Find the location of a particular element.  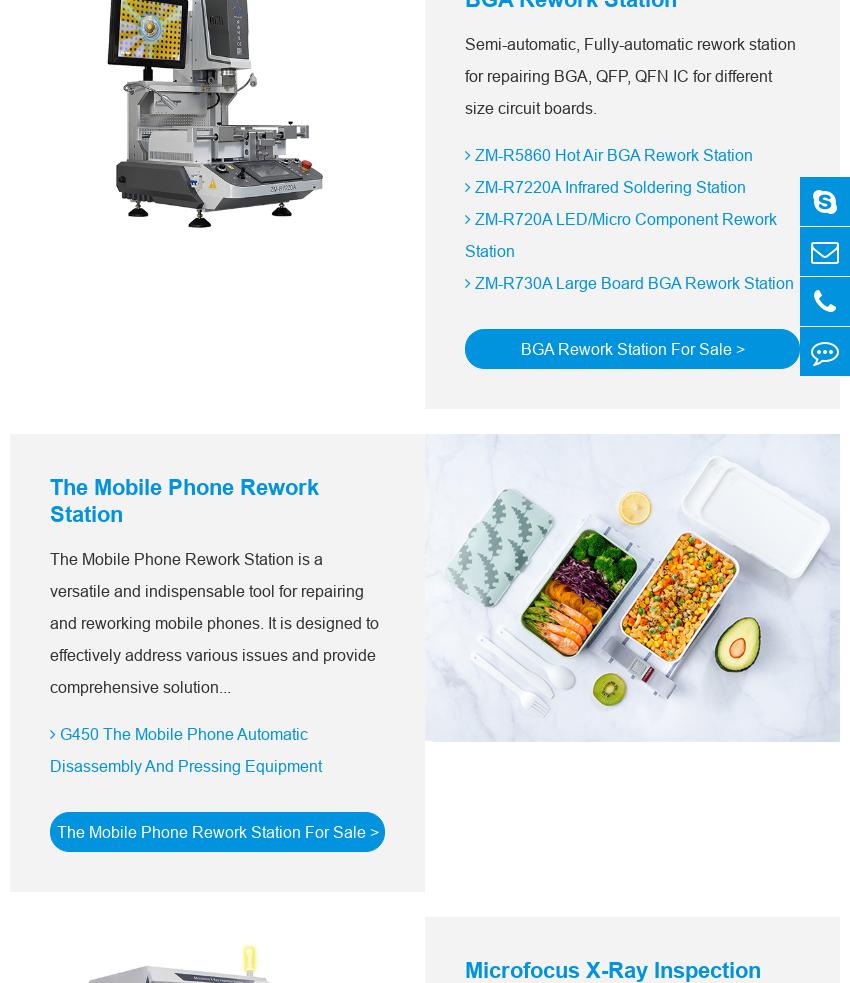

'BGA Rework Station For Sale >' is located at coordinates (630, 347).